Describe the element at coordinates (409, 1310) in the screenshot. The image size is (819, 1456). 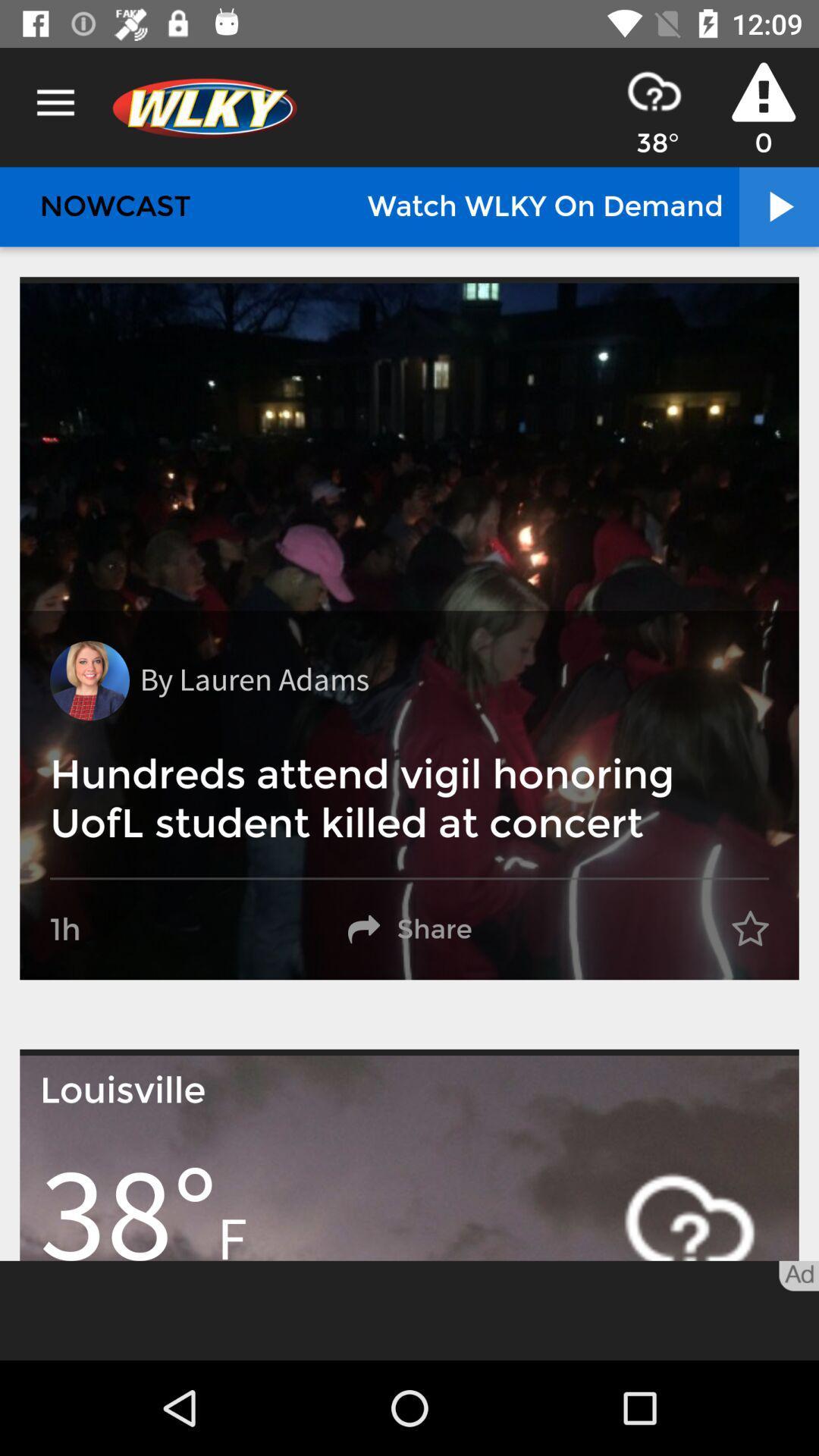
I see `visit advertisement page` at that location.